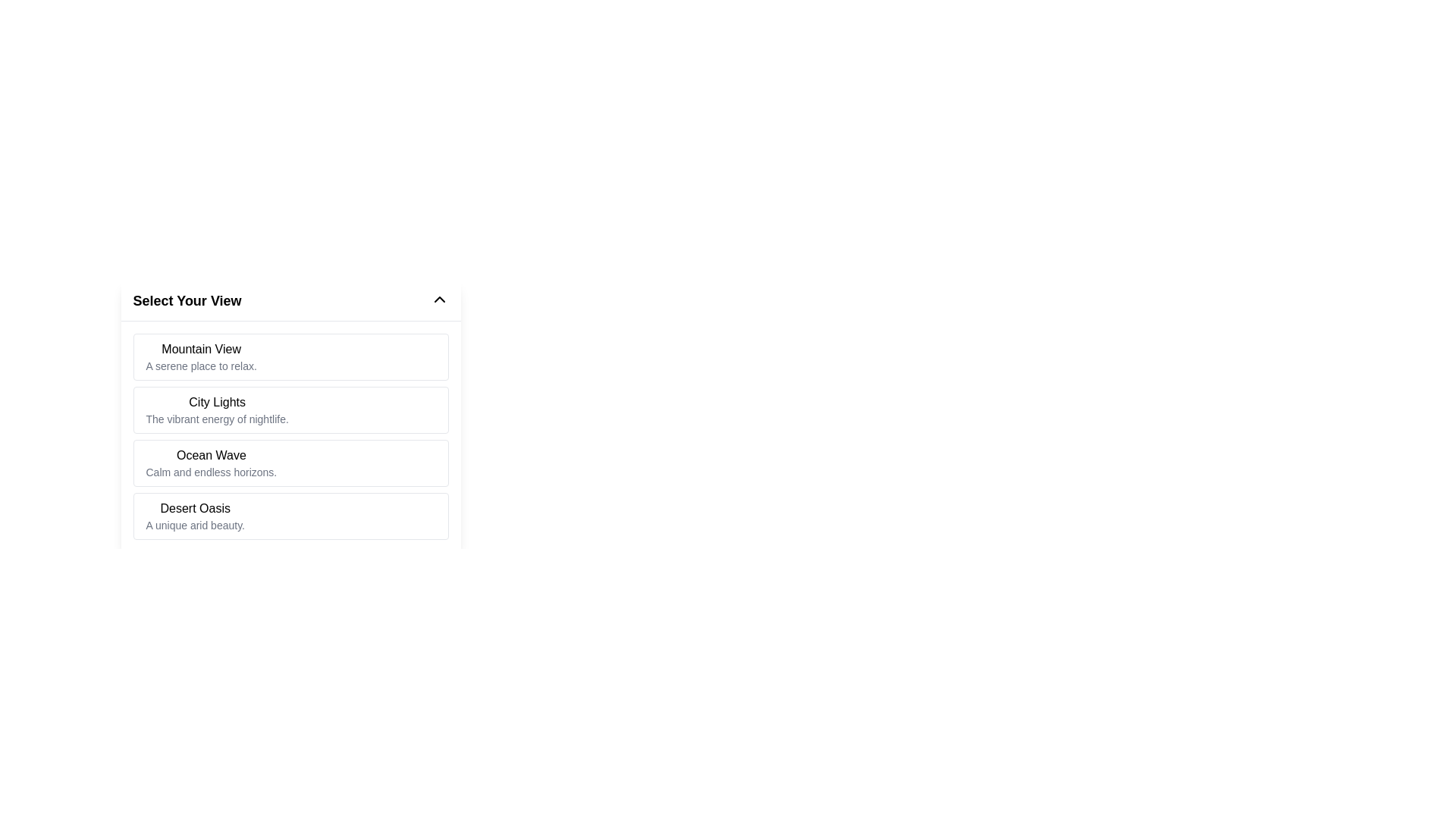 Image resolution: width=1456 pixels, height=819 pixels. Describe the element at coordinates (290, 416) in the screenshot. I see `the interactive selectable list containing themed views such as 'Mountain View', 'City Lights', 'Ocean Wave', and 'Desert Oasis'` at that location.